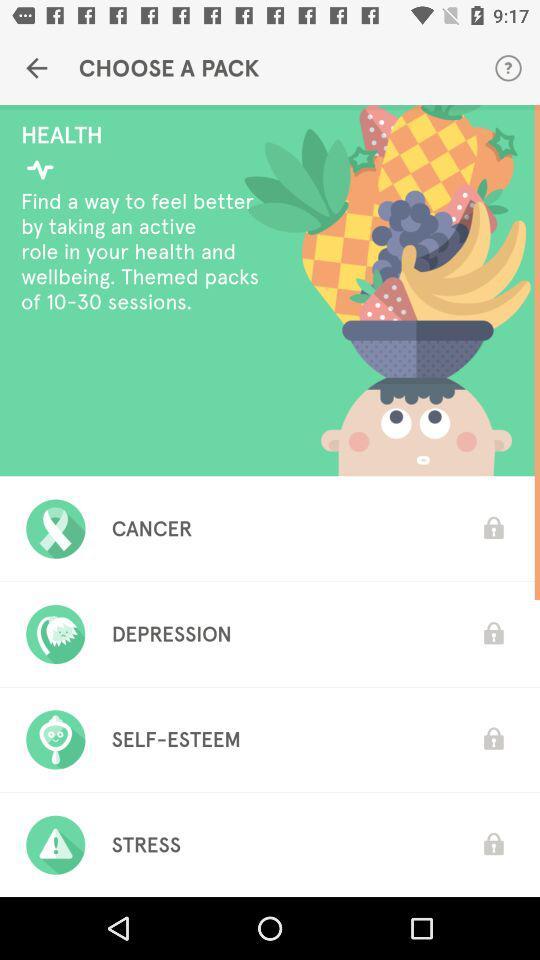 Image resolution: width=540 pixels, height=960 pixels. What do you see at coordinates (144, 250) in the screenshot?
I see `the find a way` at bounding box center [144, 250].